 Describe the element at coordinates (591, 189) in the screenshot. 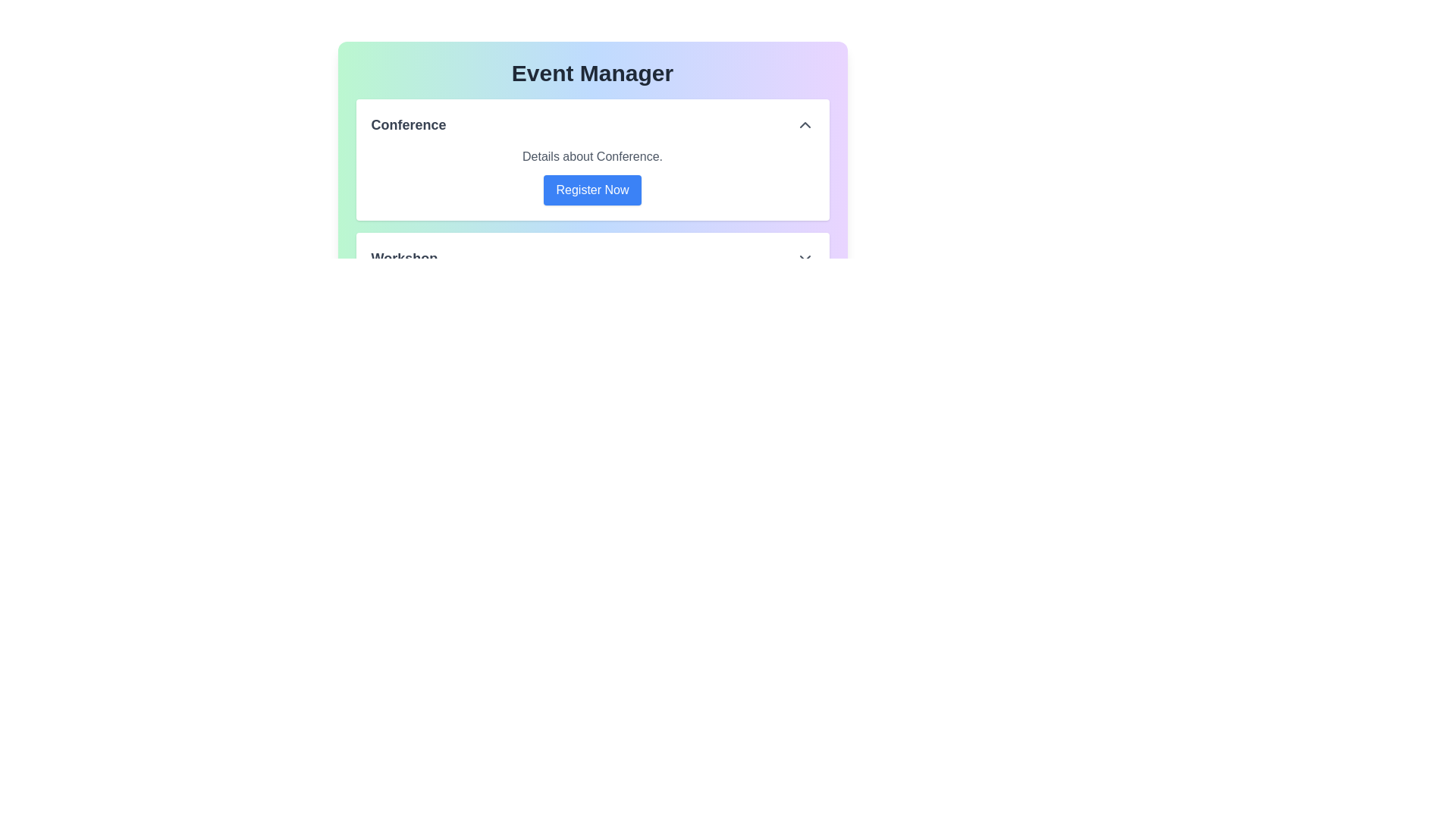

I see `the 'Register Now' button` at that location.